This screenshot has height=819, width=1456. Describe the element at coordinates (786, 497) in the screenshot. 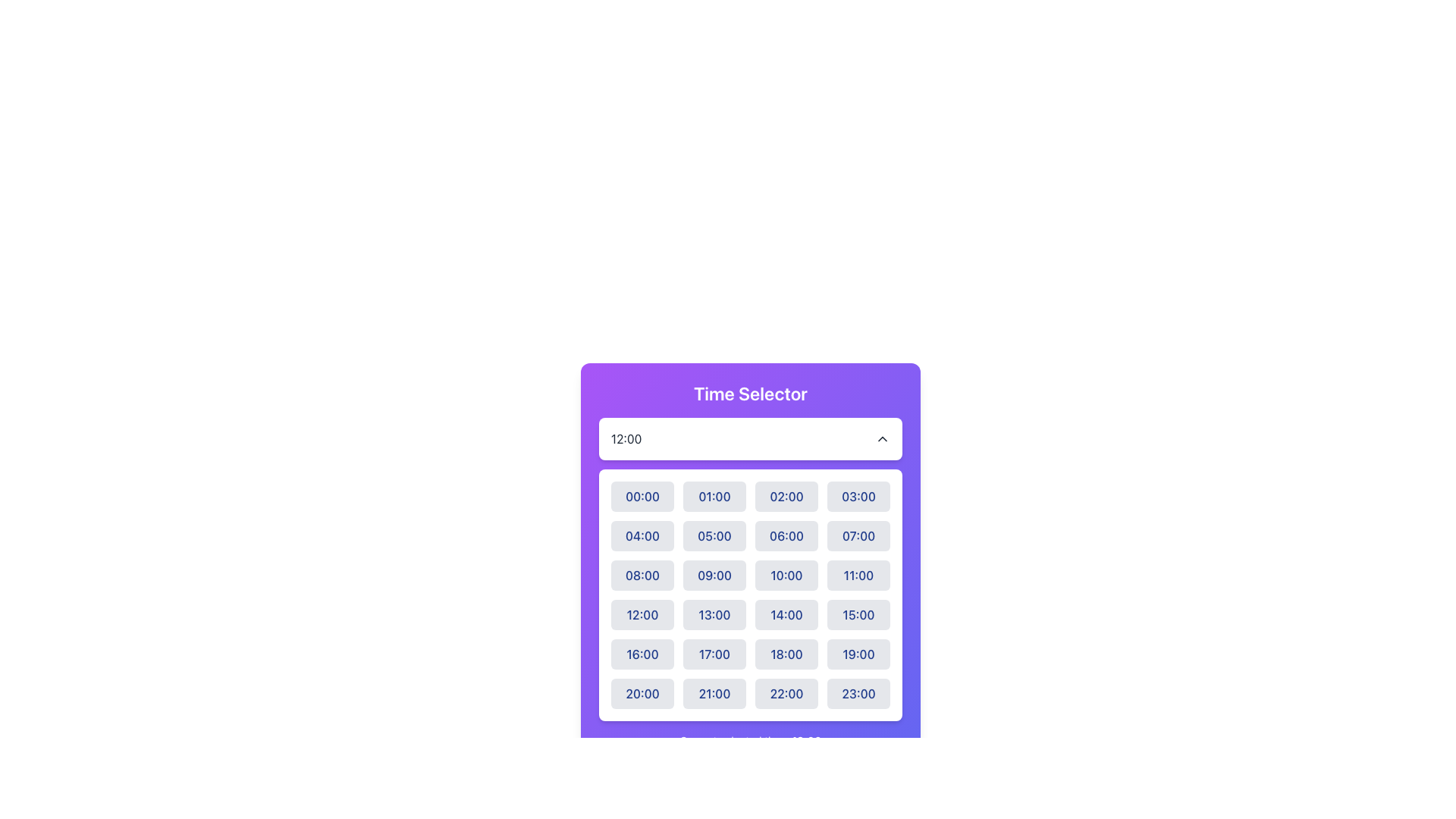

I see `the button labeled '02:00'` at that location.